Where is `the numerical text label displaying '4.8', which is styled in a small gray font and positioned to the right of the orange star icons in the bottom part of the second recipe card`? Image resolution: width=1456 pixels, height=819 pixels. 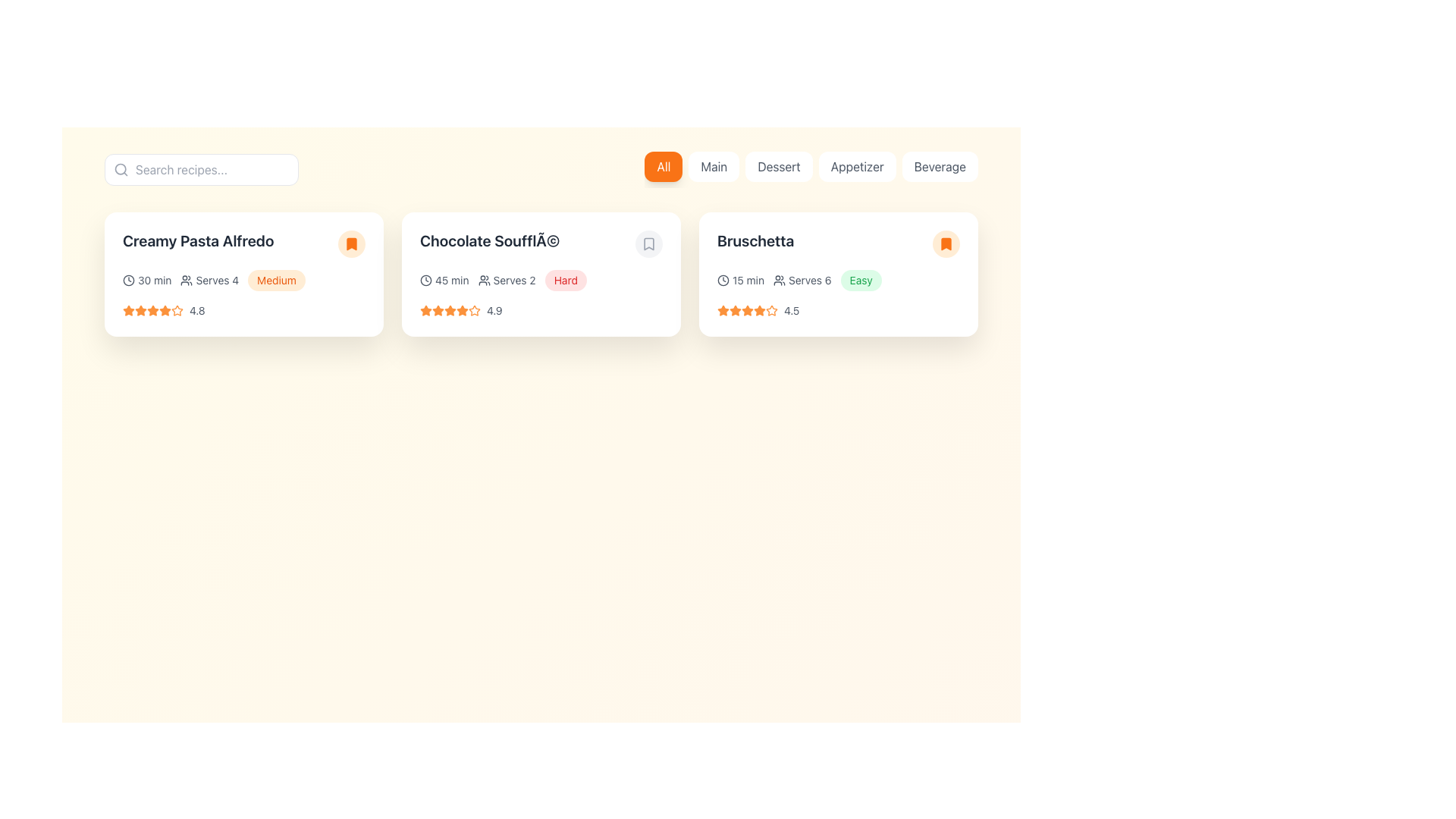
the numerical text label displaying '4.8', which is styled in a small gray font and positioned to the right of the orange star icons in the bottom part of the second recipe card is located at coordinates (196, 309).